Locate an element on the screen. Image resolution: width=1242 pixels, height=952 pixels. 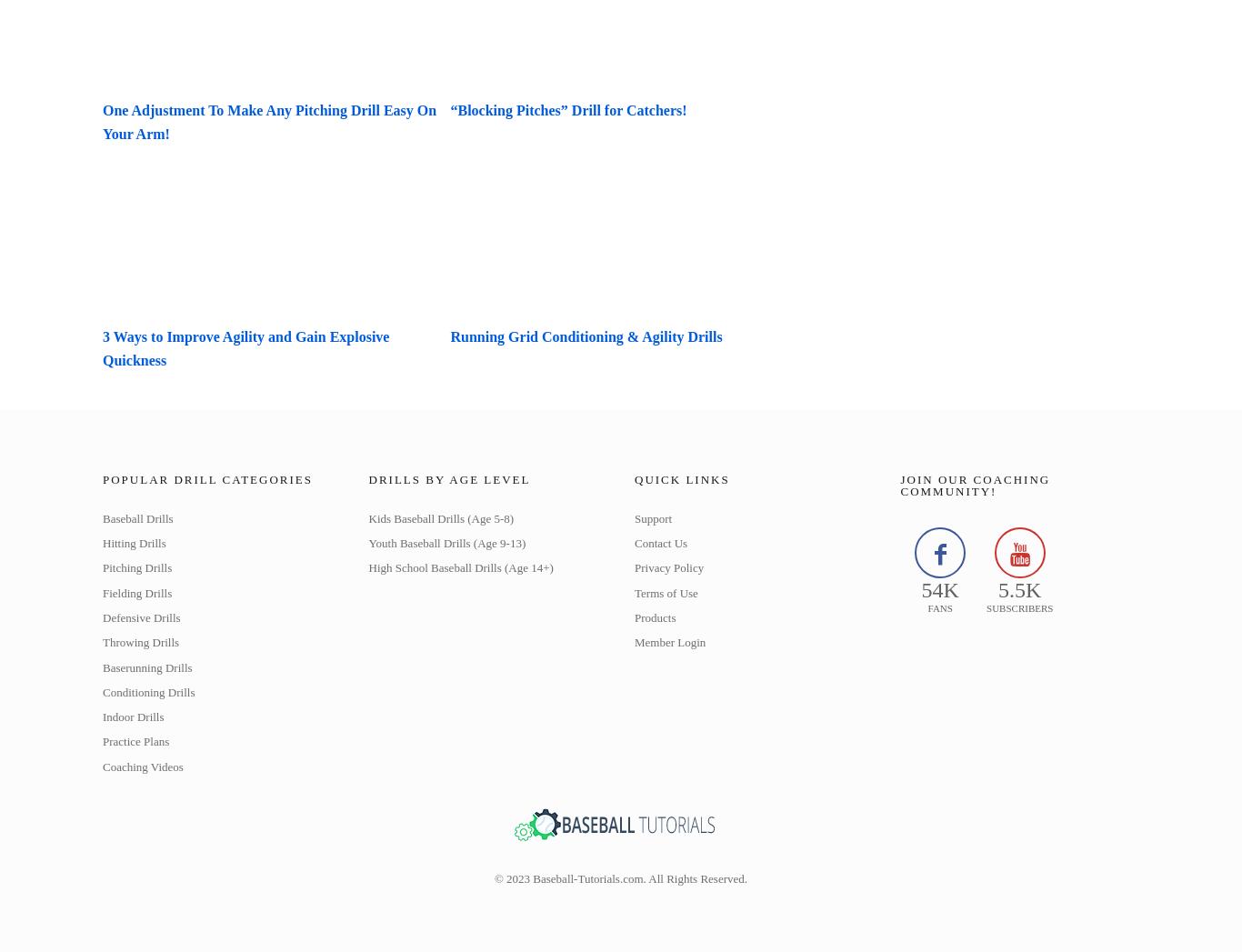
'Baseball Drills' is located at coordinates (136, 517).